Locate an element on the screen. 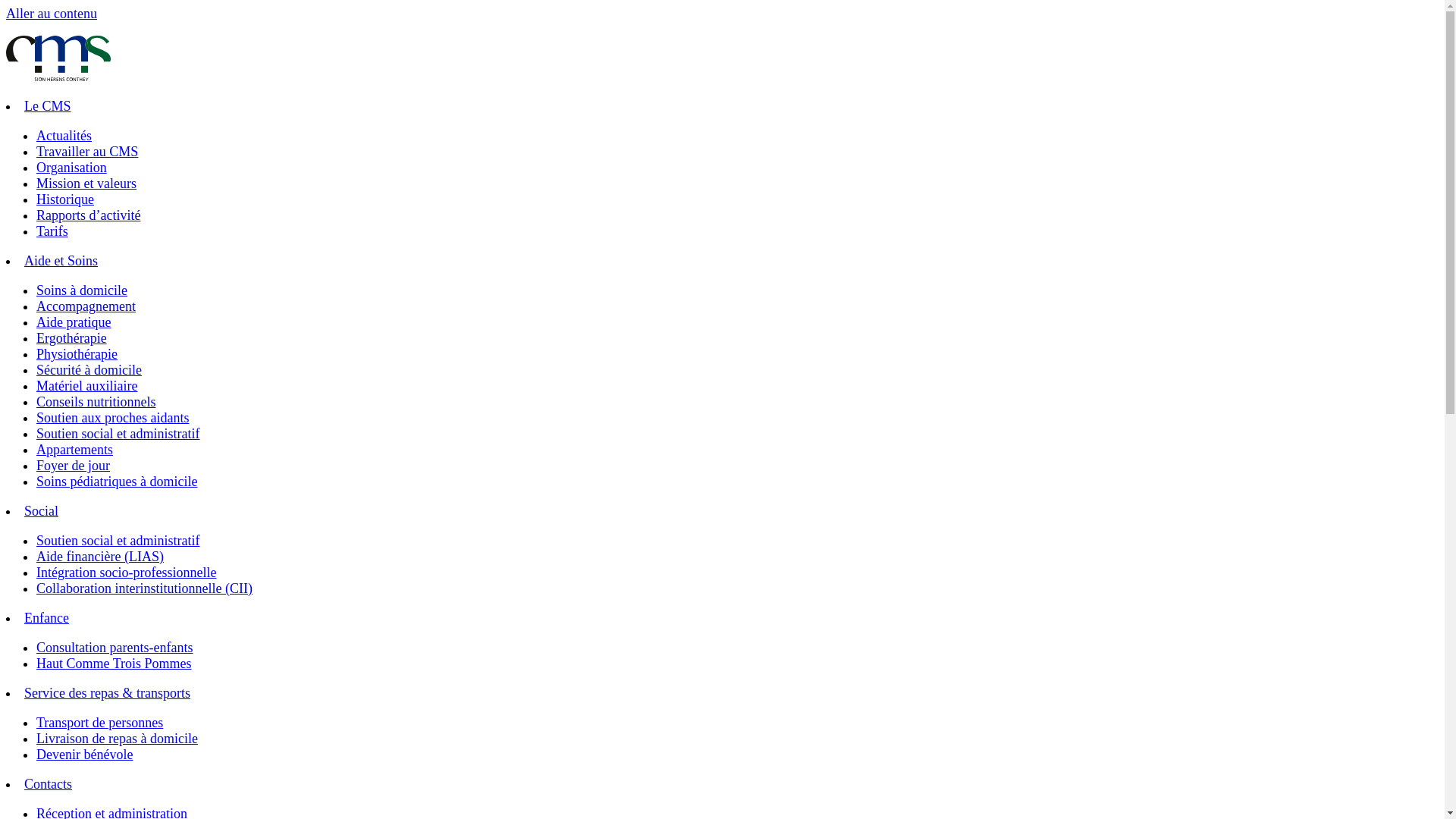  'Appartements' is located at coordinates (74, 449).